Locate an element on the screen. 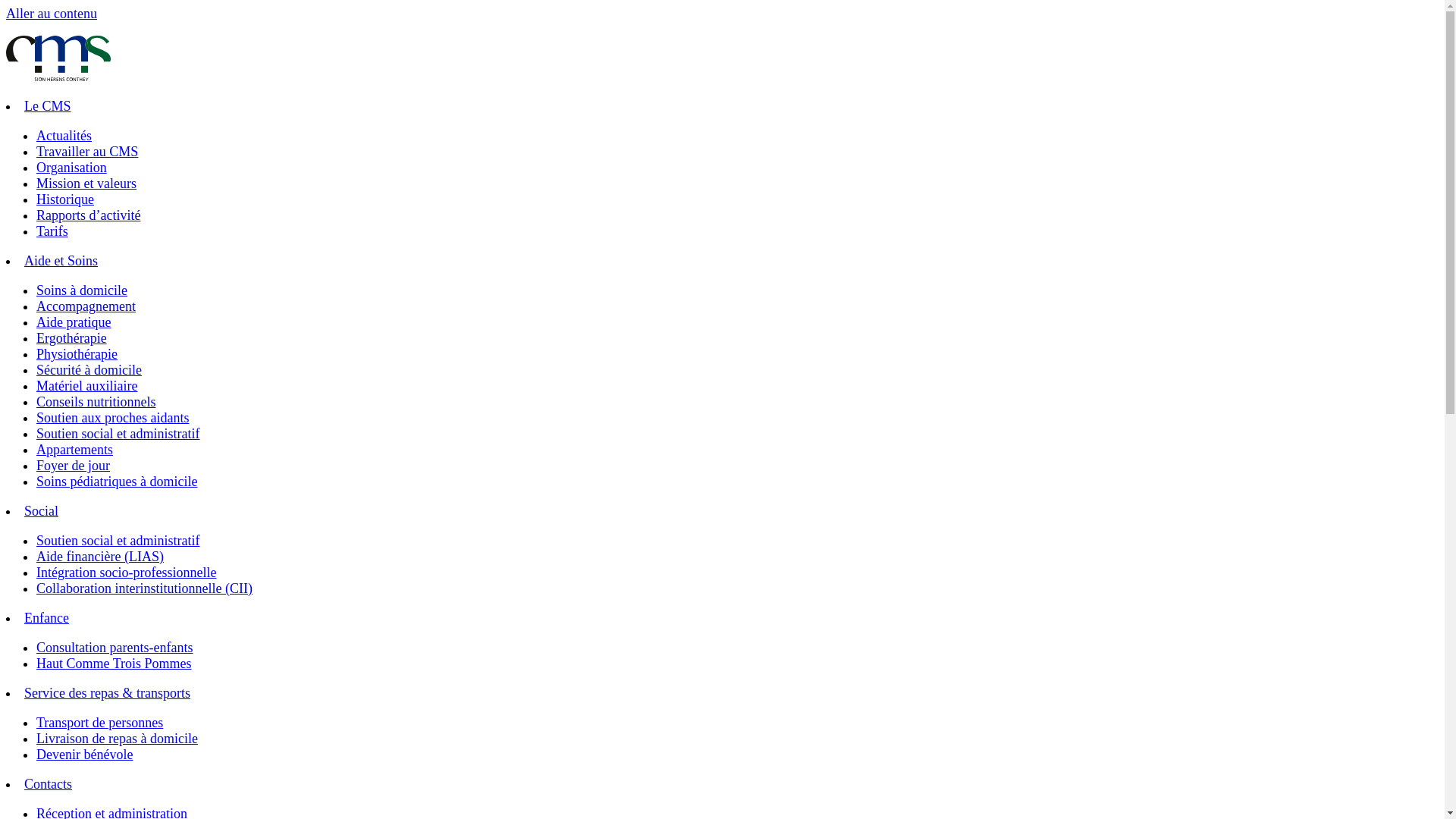  'Appartements' is located at coordinates (74, 449).